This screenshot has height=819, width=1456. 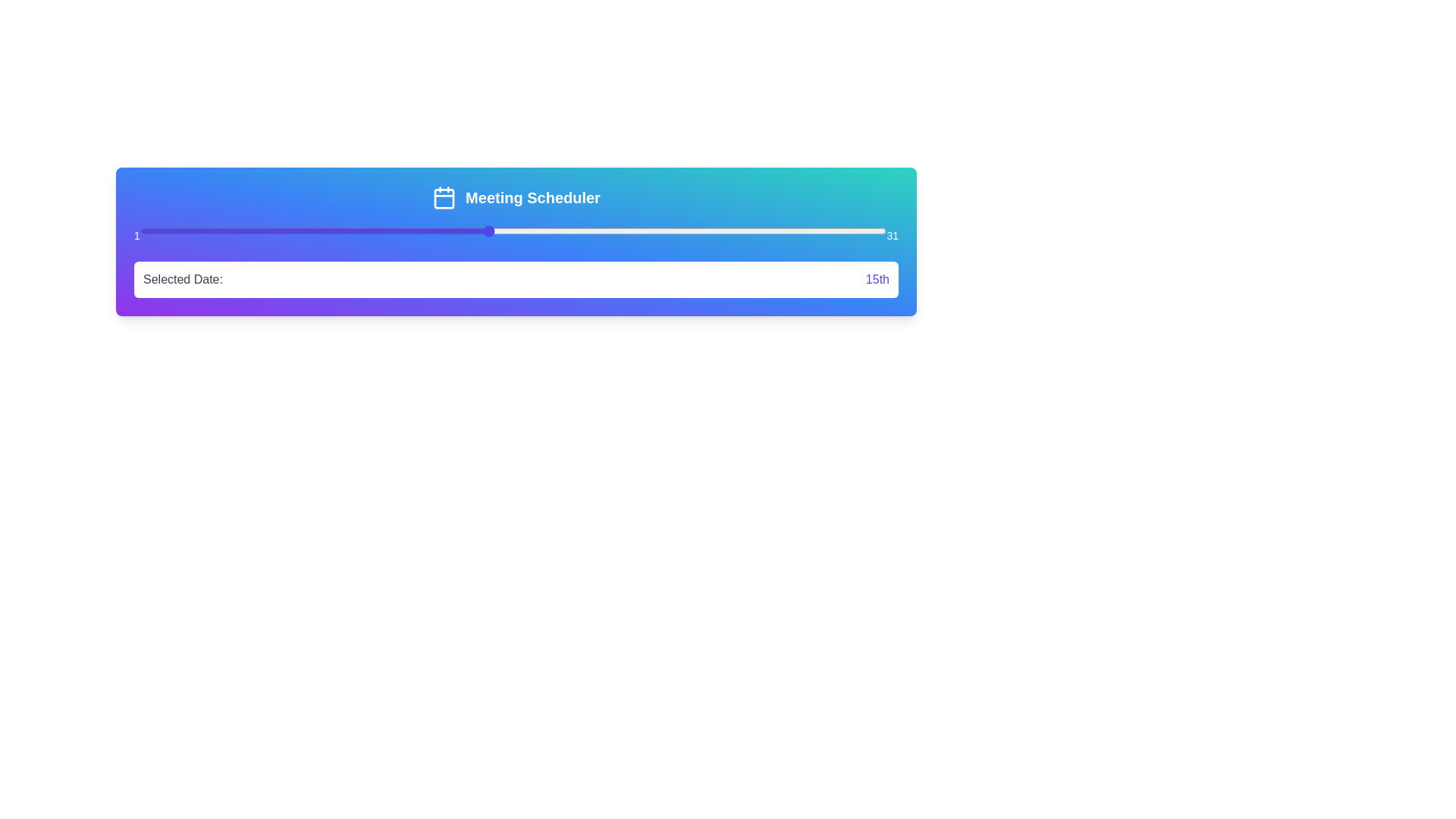 What do you see at coordinates (444, 197) in the screenshot?
I see `the calendar icon with a white outline and blue background located at the top-left of the 'Meeting Scheduler' component` at bounding box center [444, 197].